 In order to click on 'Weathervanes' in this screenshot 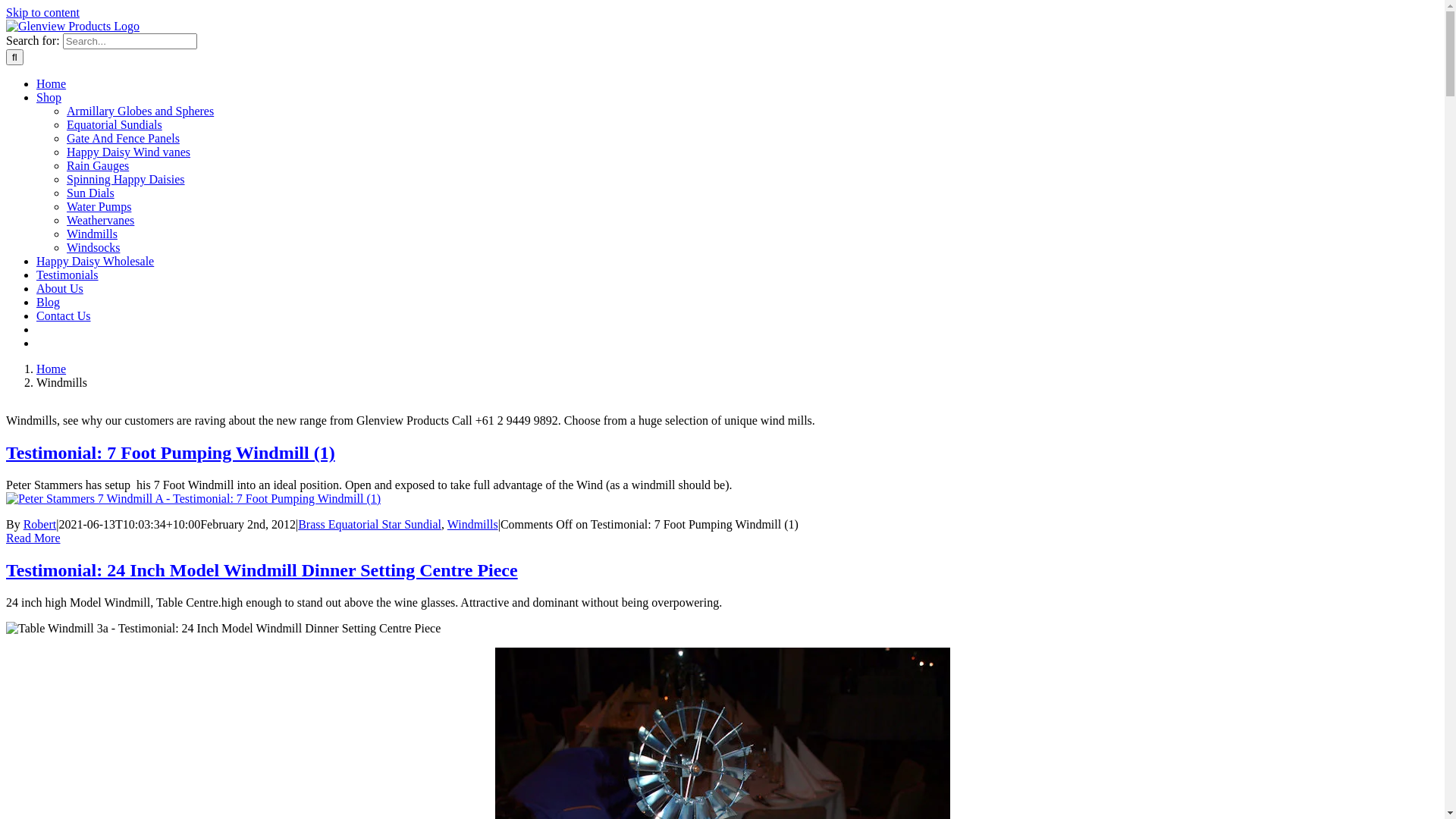, I will do `click(99, 220)`.